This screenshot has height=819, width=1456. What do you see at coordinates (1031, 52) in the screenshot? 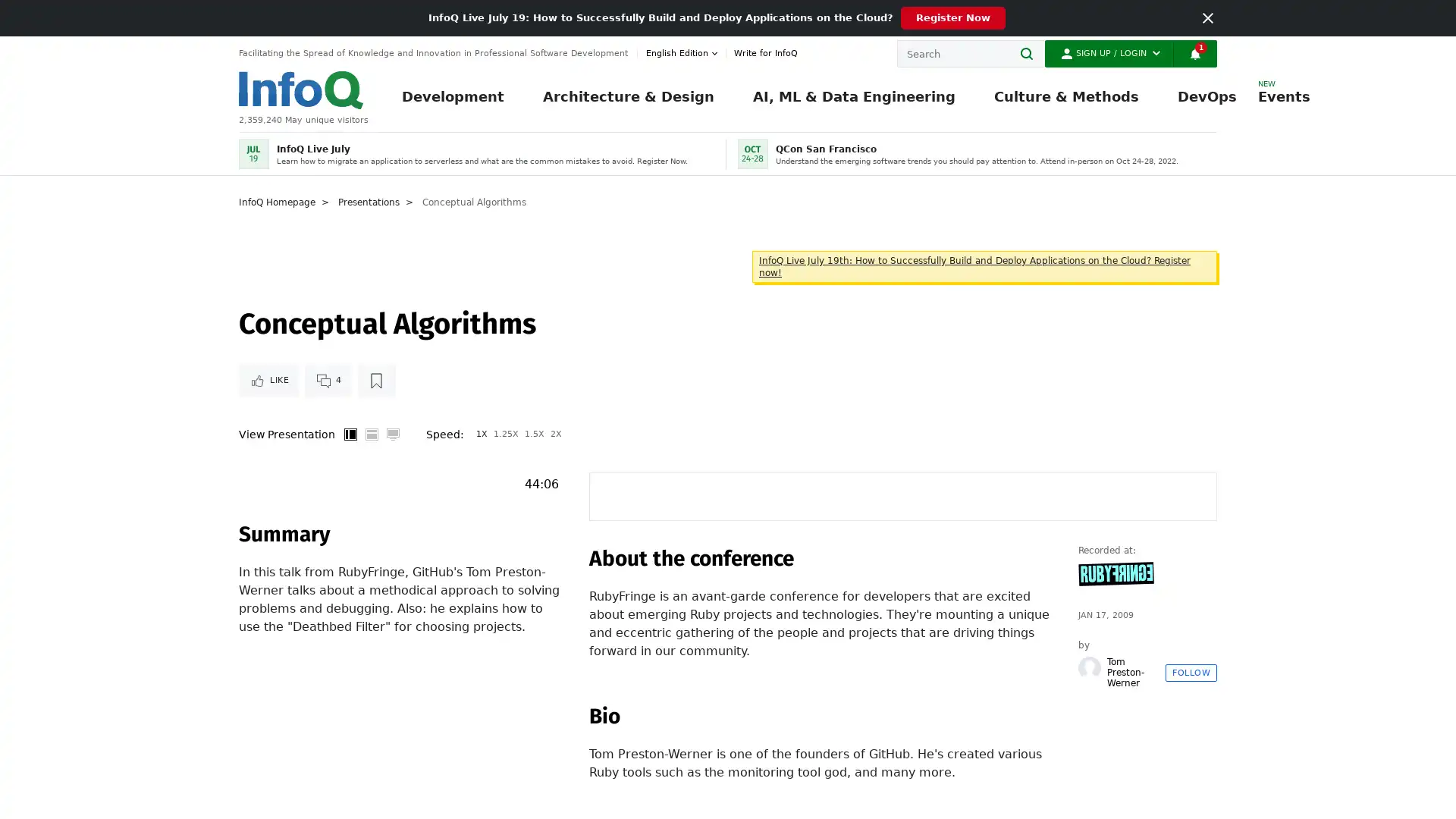
I see `Search` at bounding box center [1031, 52].